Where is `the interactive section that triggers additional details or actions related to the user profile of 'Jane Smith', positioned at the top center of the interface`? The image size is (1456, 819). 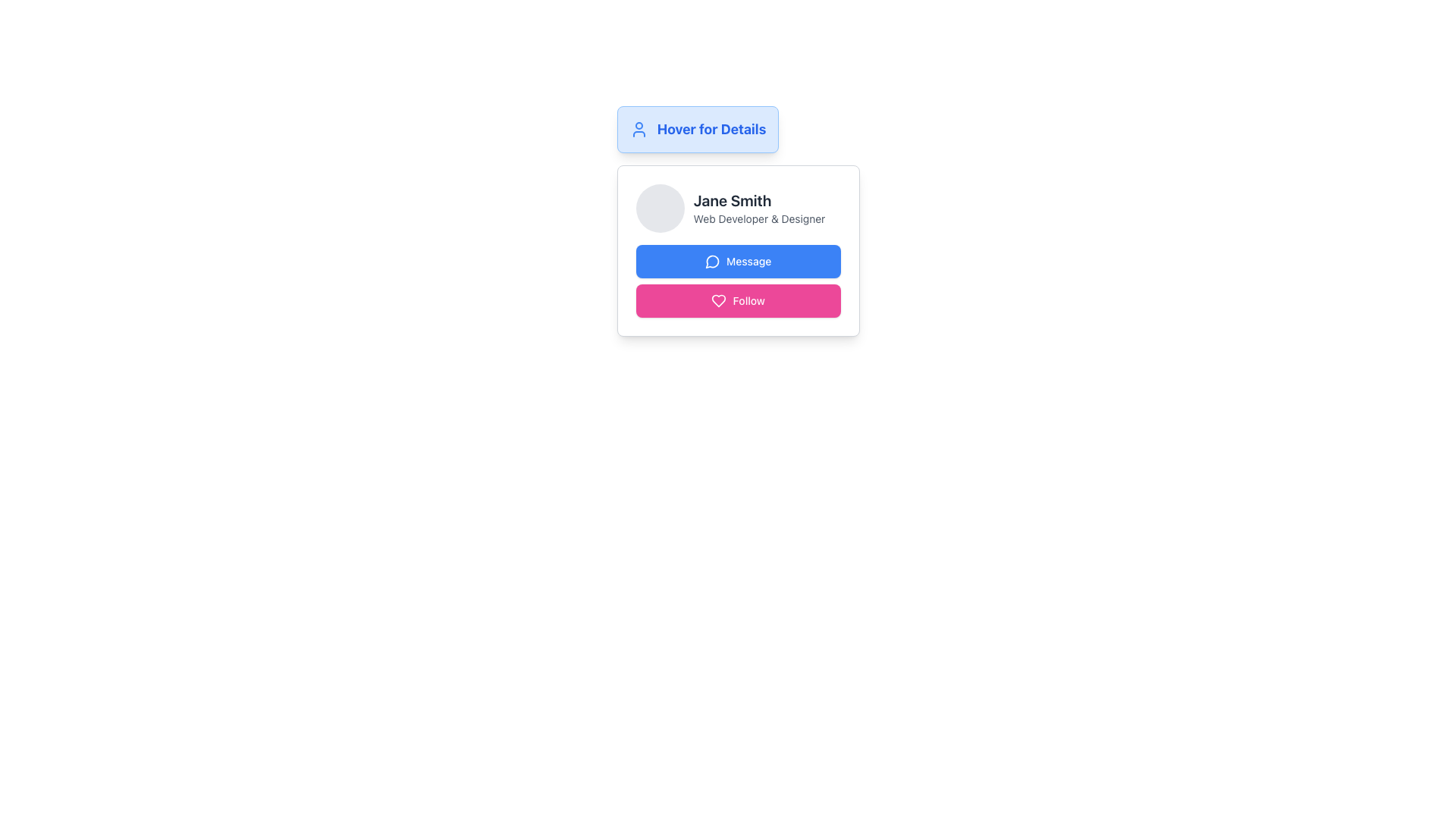
the interactive section that triggers additional details or actions related to the user profile of 'Jane Smith', positioned at the top center of the interface is located at coordinates (697, 128).